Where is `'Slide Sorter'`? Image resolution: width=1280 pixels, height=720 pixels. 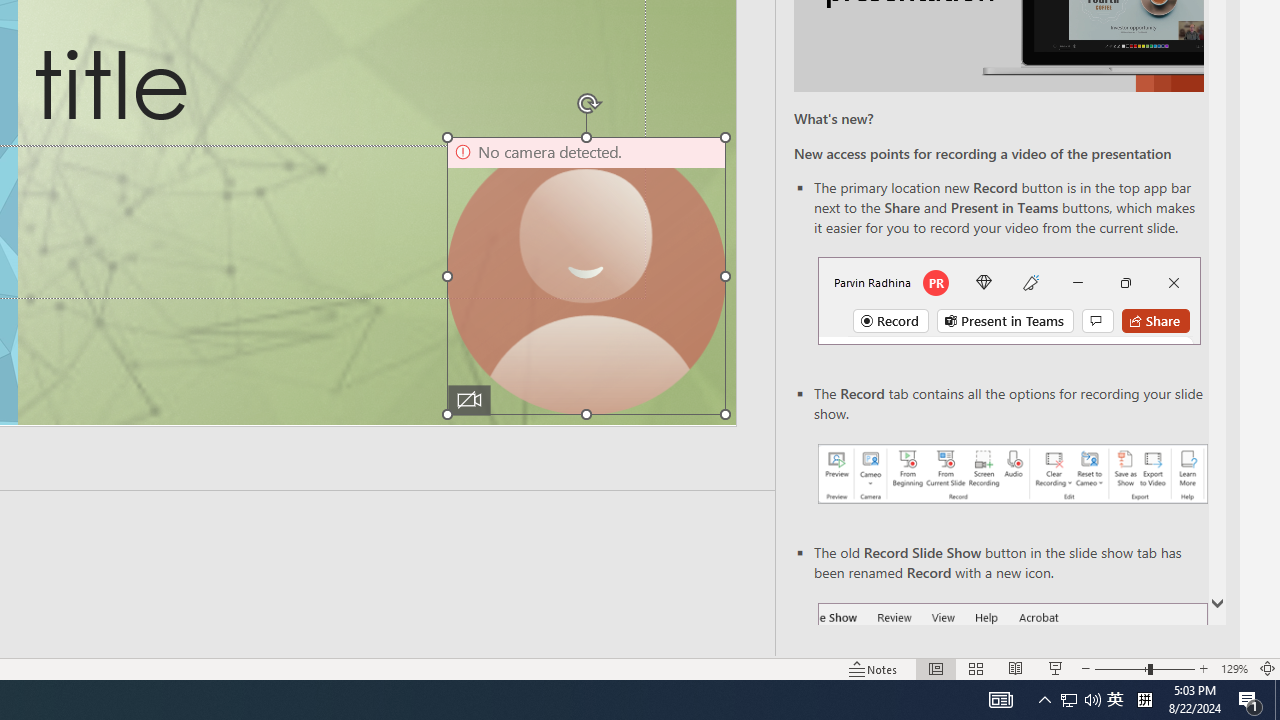 'Slide Sorter' is located at coordinates (976, 669).